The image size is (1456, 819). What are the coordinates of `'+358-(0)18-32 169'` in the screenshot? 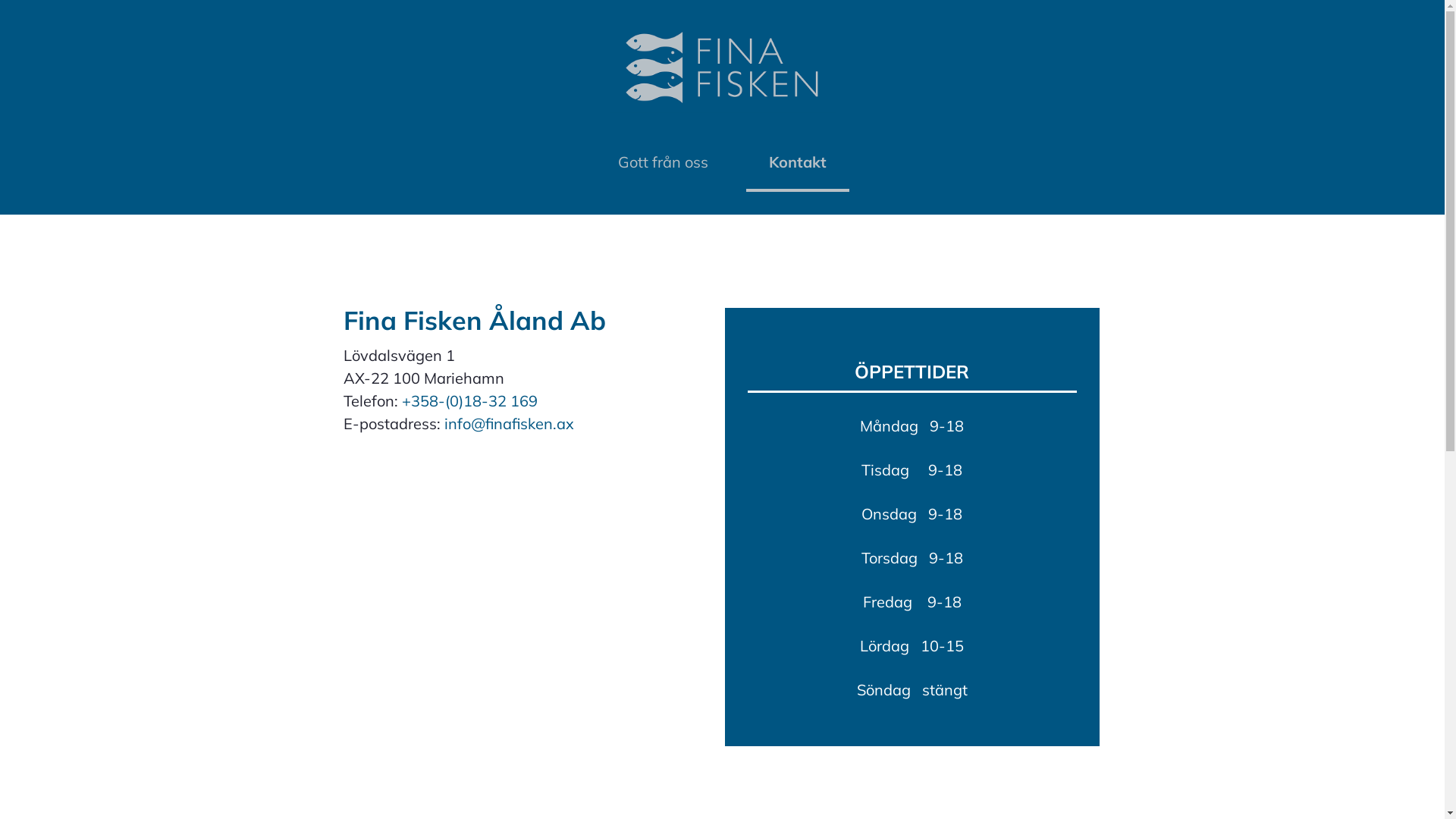 It's located at (469, 400).